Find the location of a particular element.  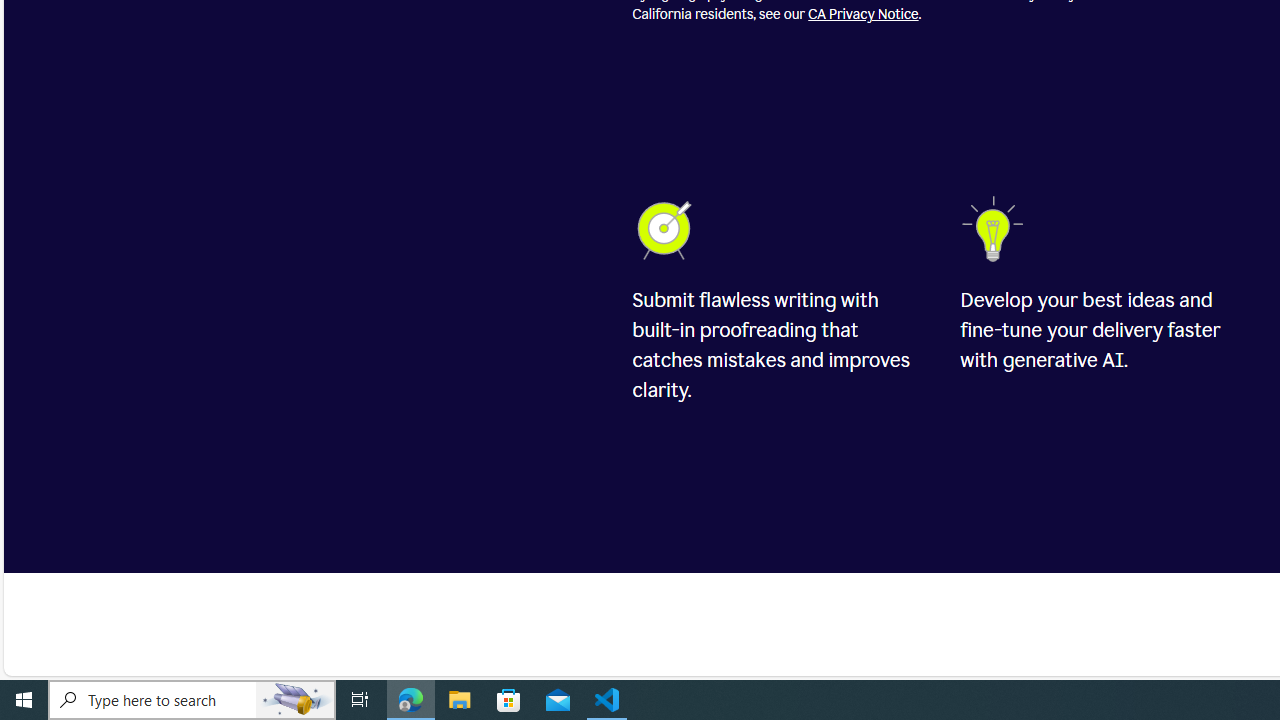

'CA Privacy Notice' is located at coordinates (863, 14).